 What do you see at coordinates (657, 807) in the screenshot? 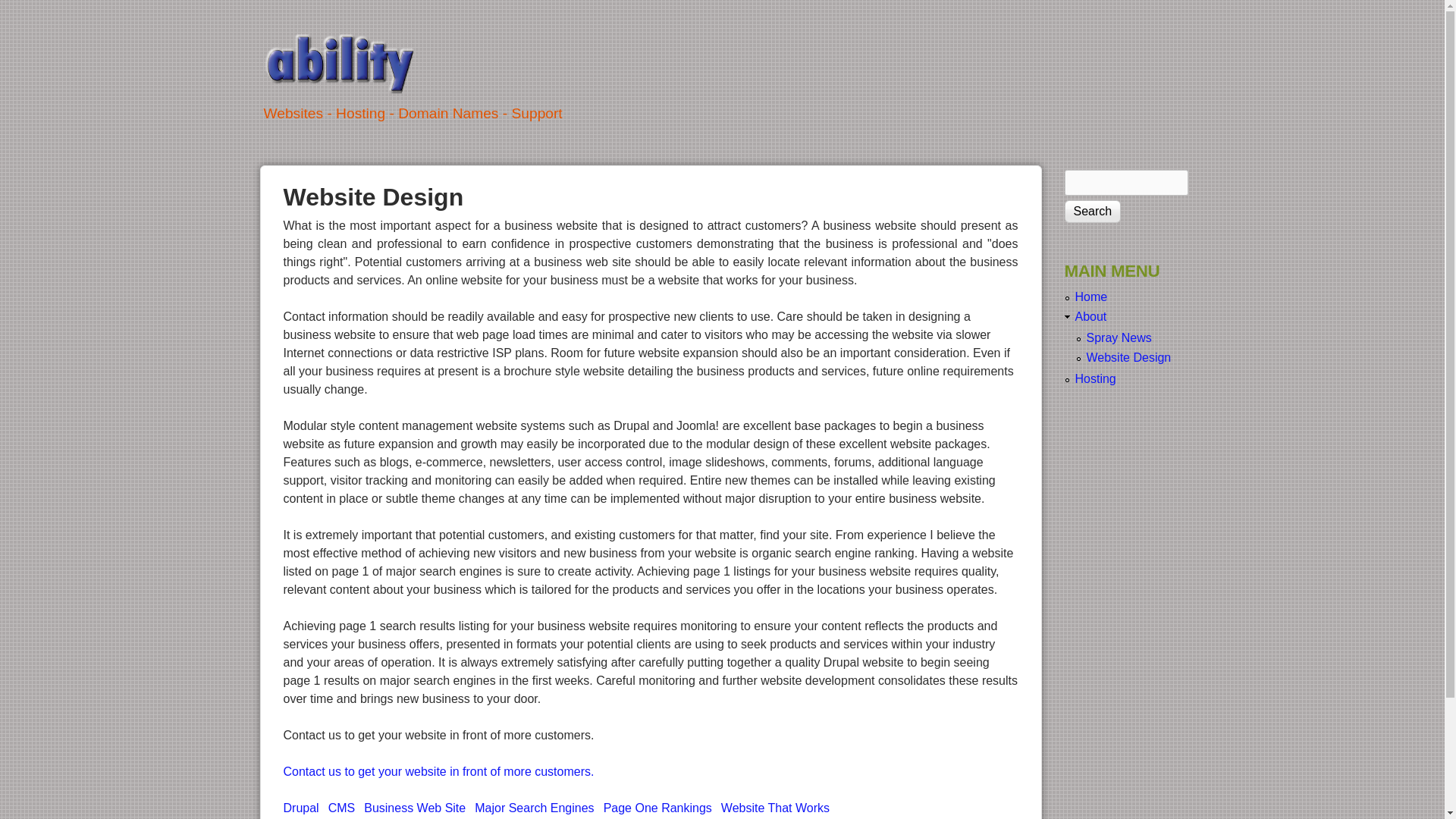
I see `'Page One Rankings'` at bounding box center [657, 807].